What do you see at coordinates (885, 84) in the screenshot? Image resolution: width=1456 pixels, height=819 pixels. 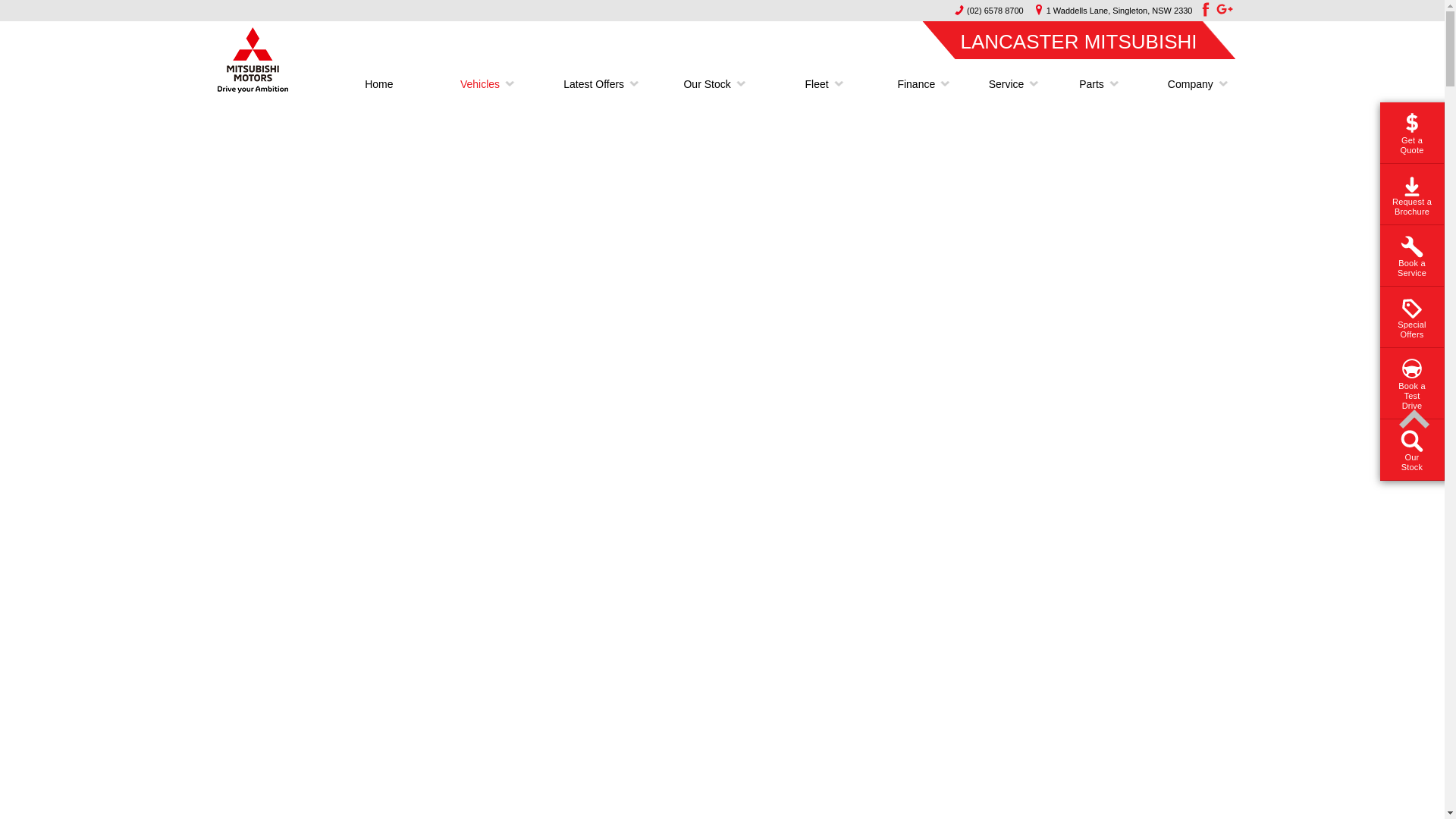 I see `'Finance'` at bounding box center [885, 84].